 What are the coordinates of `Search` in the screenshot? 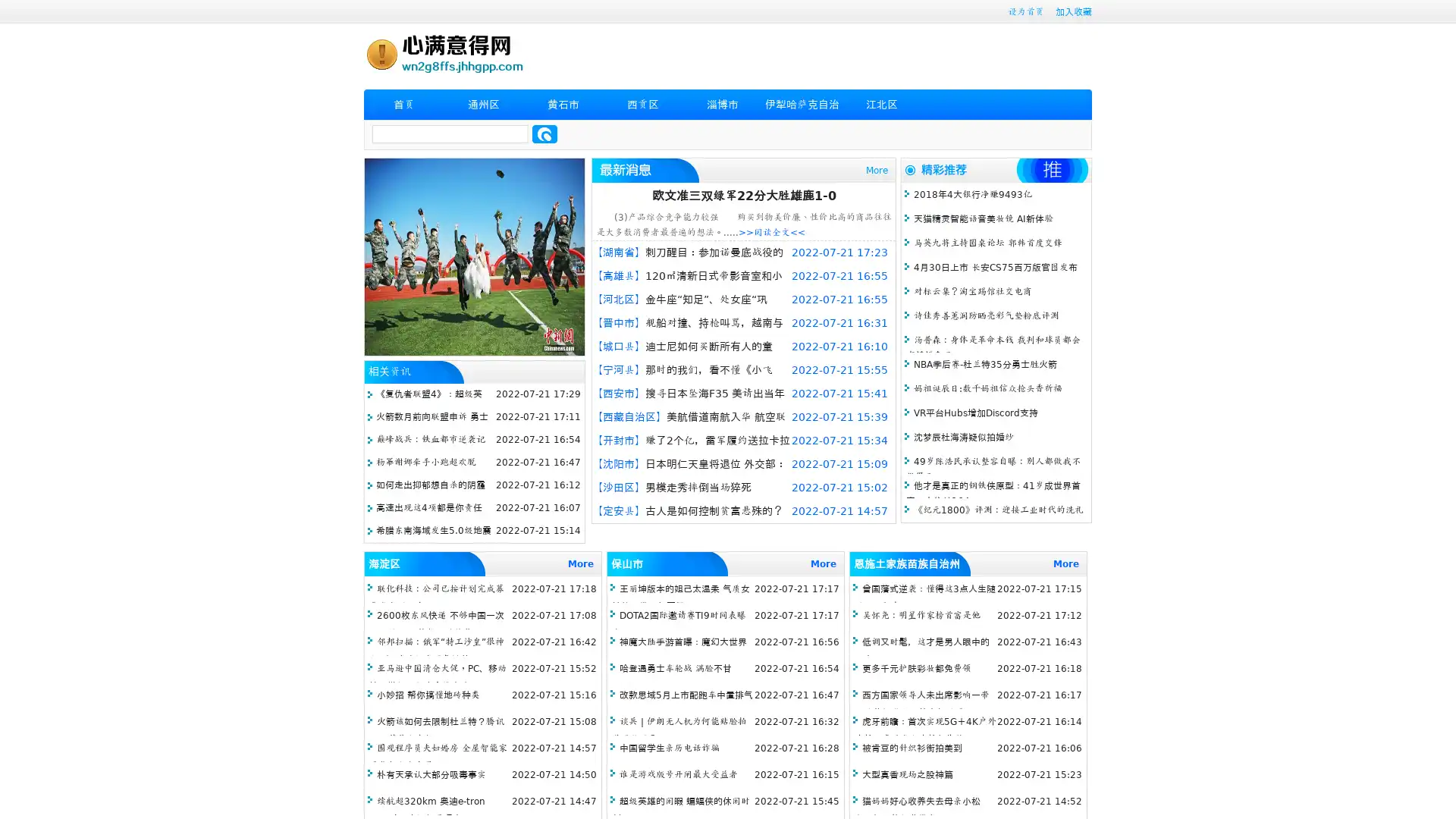 It's located at (544, 133).